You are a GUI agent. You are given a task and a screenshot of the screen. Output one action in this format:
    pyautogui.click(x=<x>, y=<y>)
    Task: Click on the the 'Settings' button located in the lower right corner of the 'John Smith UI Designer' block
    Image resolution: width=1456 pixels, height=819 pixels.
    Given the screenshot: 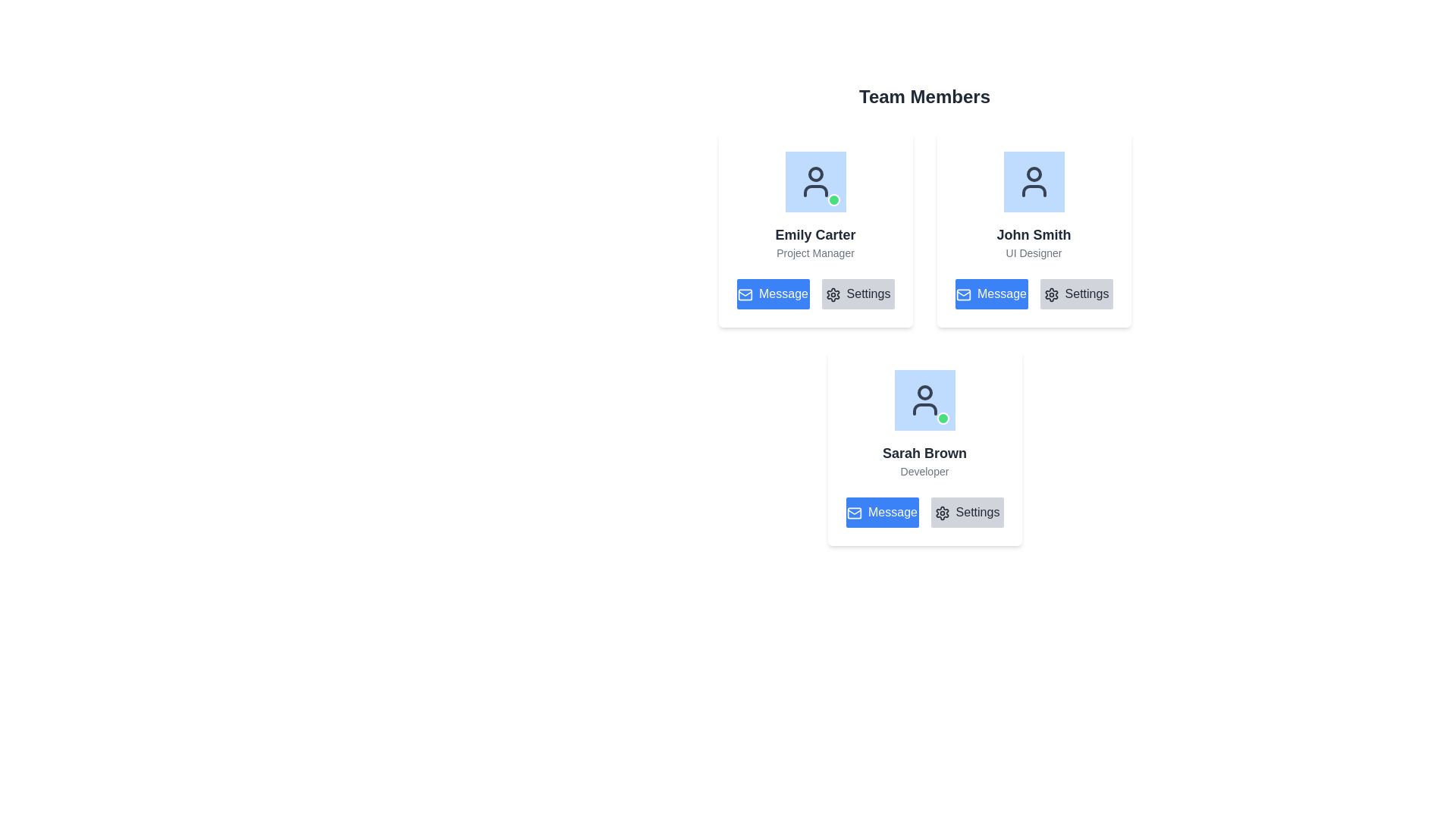 What is the action you would take?
    pyautogui.click(x=1075, y=294)
    